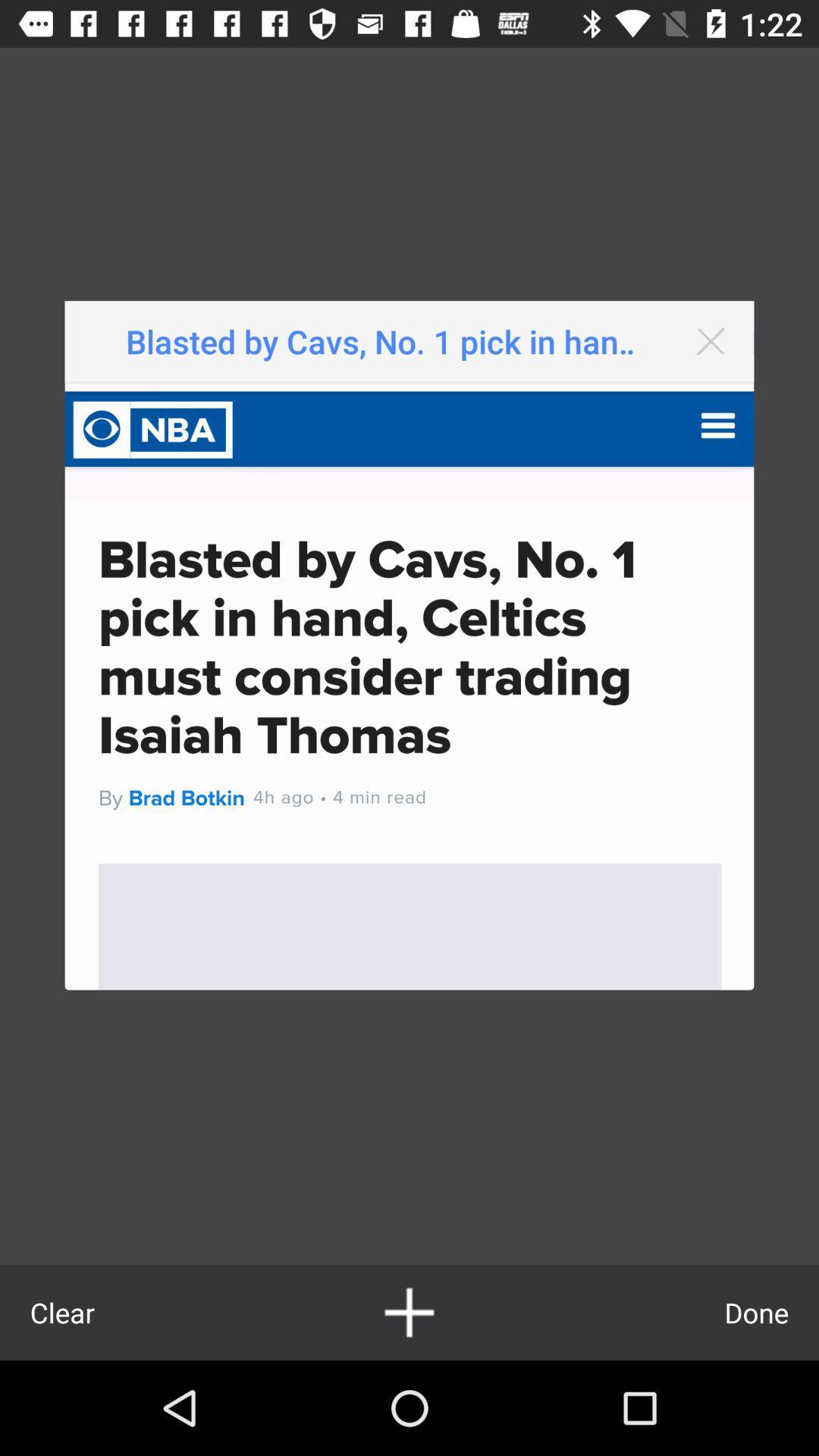 The height and width of the screenshot is (1456, 819). What do you see at coordinates (756, 1312) in the screenshot?
I see `app at the bottom right corner` at bounding box center [756, 1312].